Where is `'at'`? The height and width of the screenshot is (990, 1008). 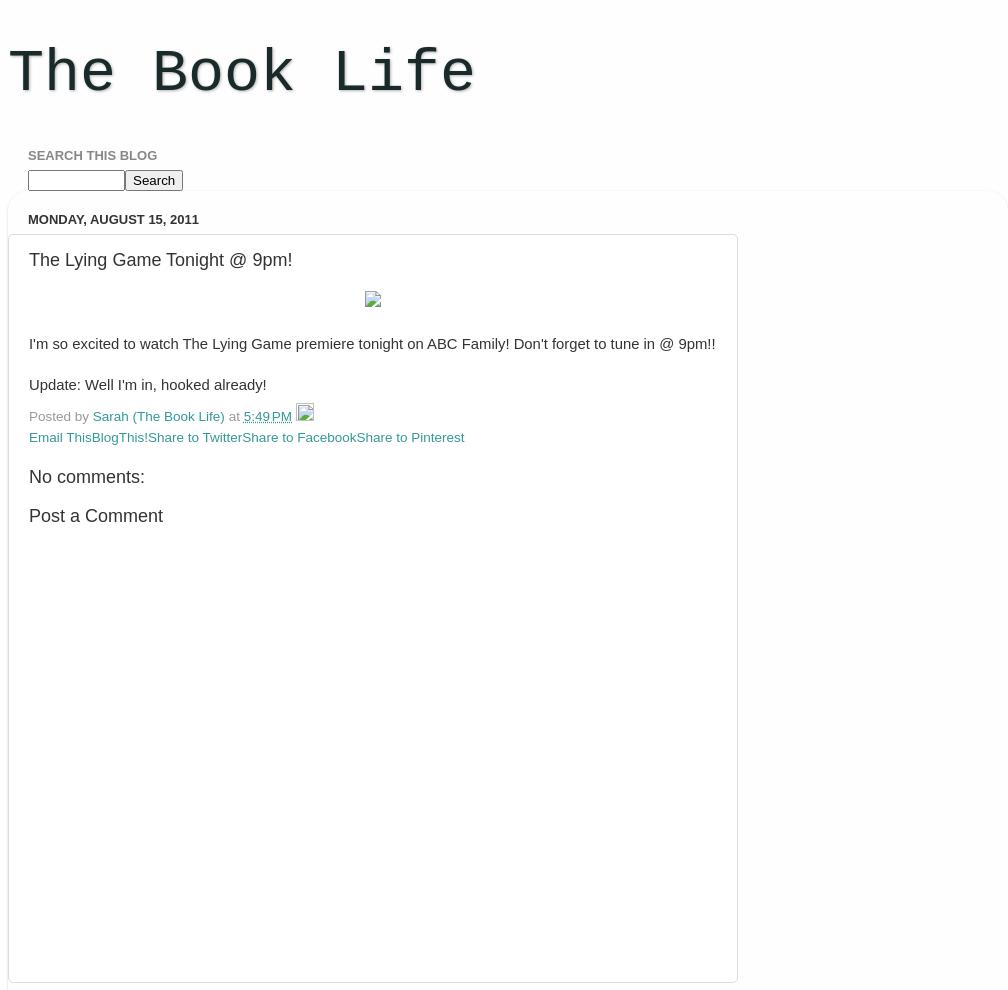
'at' is located at coordinates (235, 414).